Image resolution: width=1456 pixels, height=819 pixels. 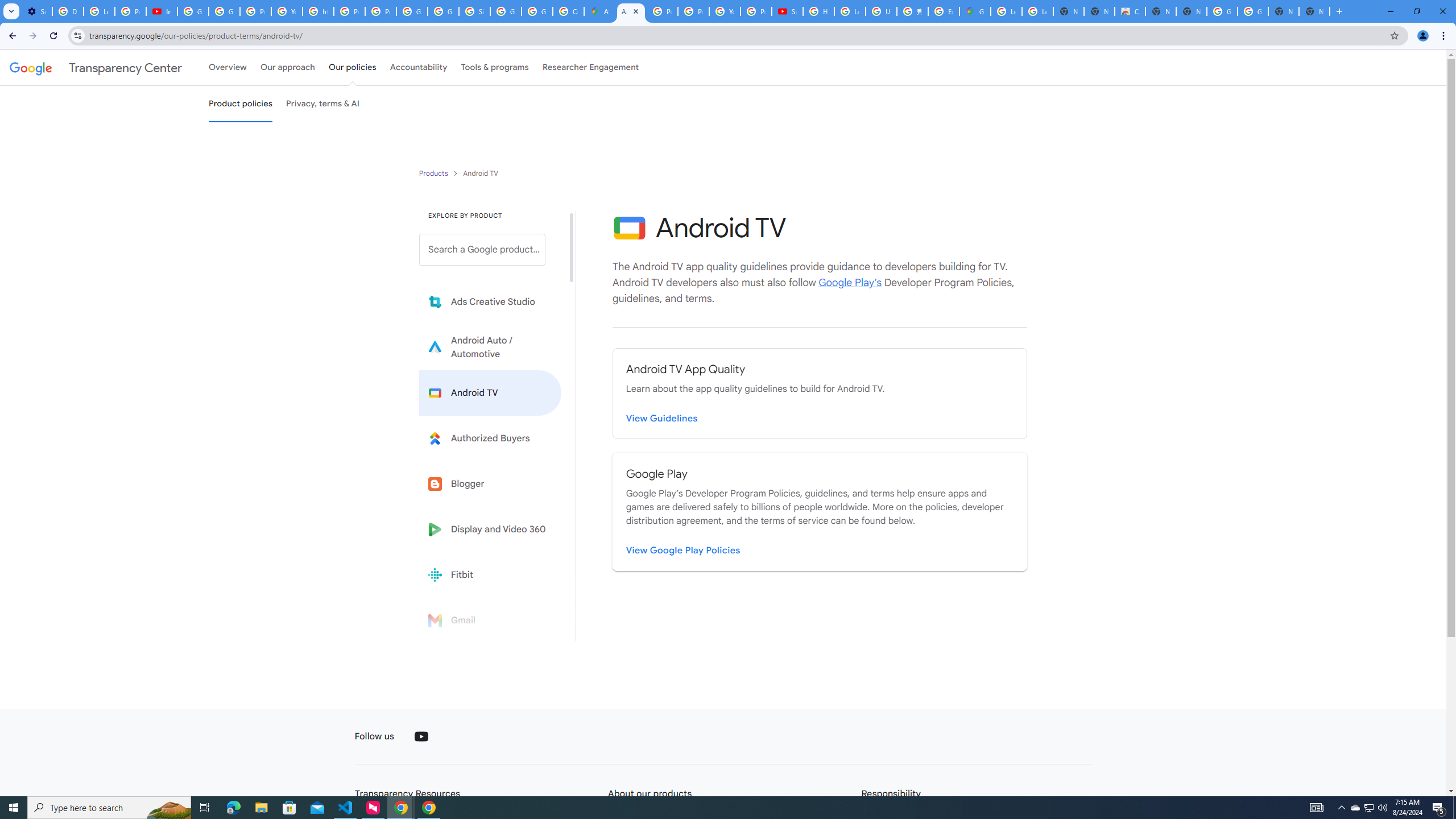 I want to click on 'Sign in - Google Accounts', so click(x=474, y=11).